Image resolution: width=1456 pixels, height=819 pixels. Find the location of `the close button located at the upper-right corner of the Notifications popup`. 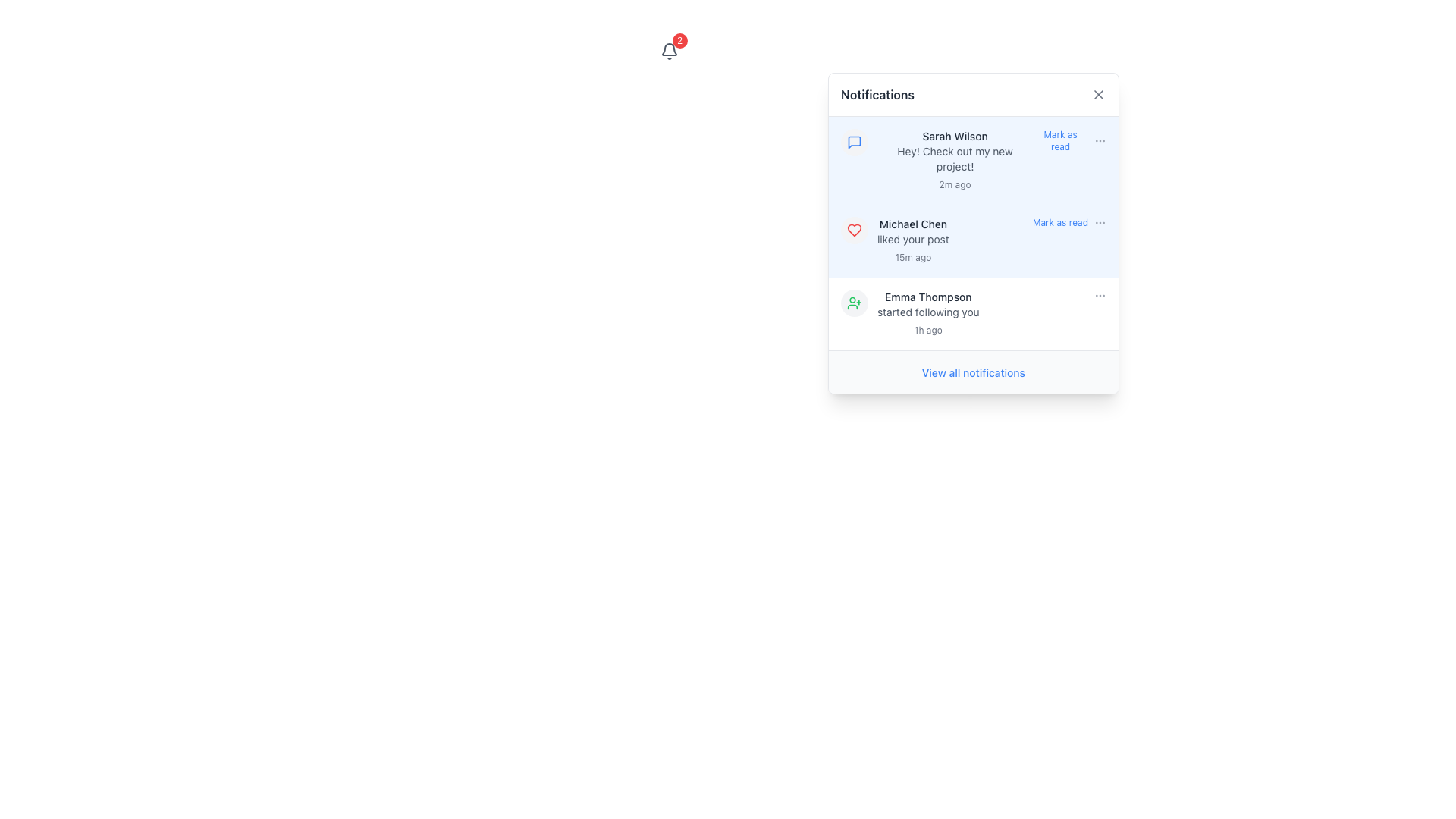

the close button located at the upper-right corner of the Notifications popup is located at coordinates (1099, 94).